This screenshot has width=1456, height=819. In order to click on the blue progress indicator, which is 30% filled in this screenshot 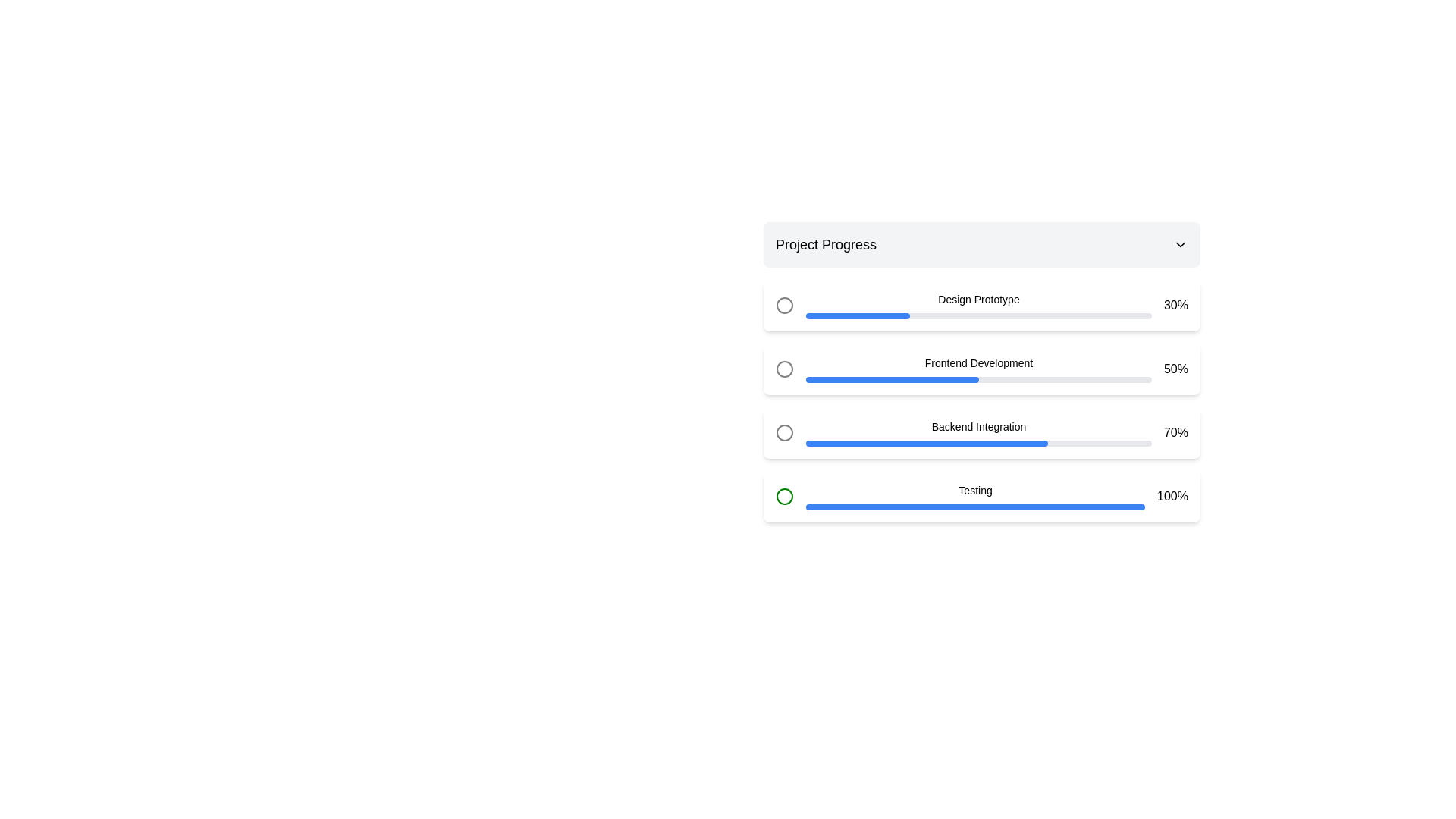, I will do `click(858, 315)`.